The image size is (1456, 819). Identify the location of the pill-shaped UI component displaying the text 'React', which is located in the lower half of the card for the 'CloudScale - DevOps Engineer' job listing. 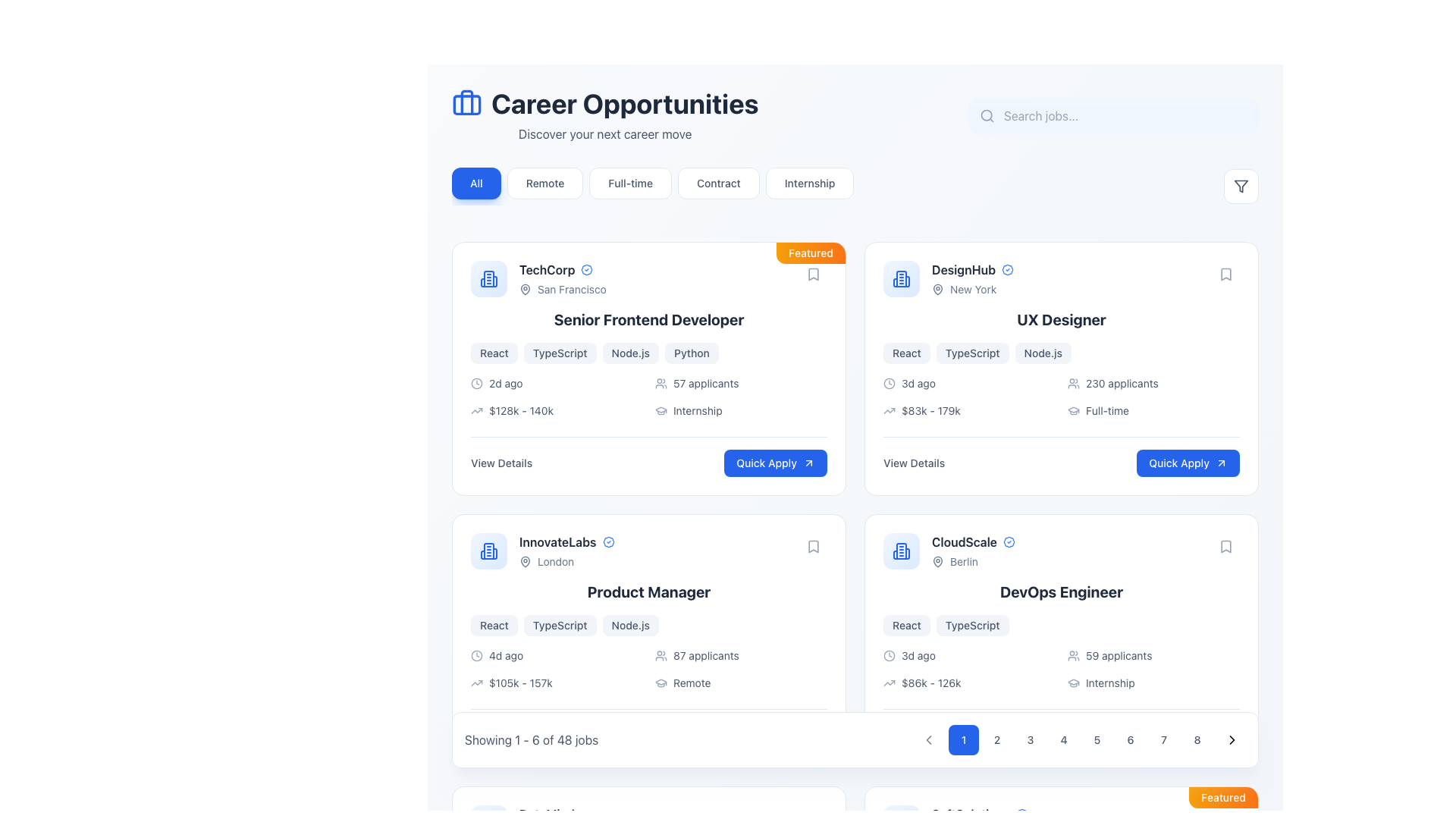
(906, 626).